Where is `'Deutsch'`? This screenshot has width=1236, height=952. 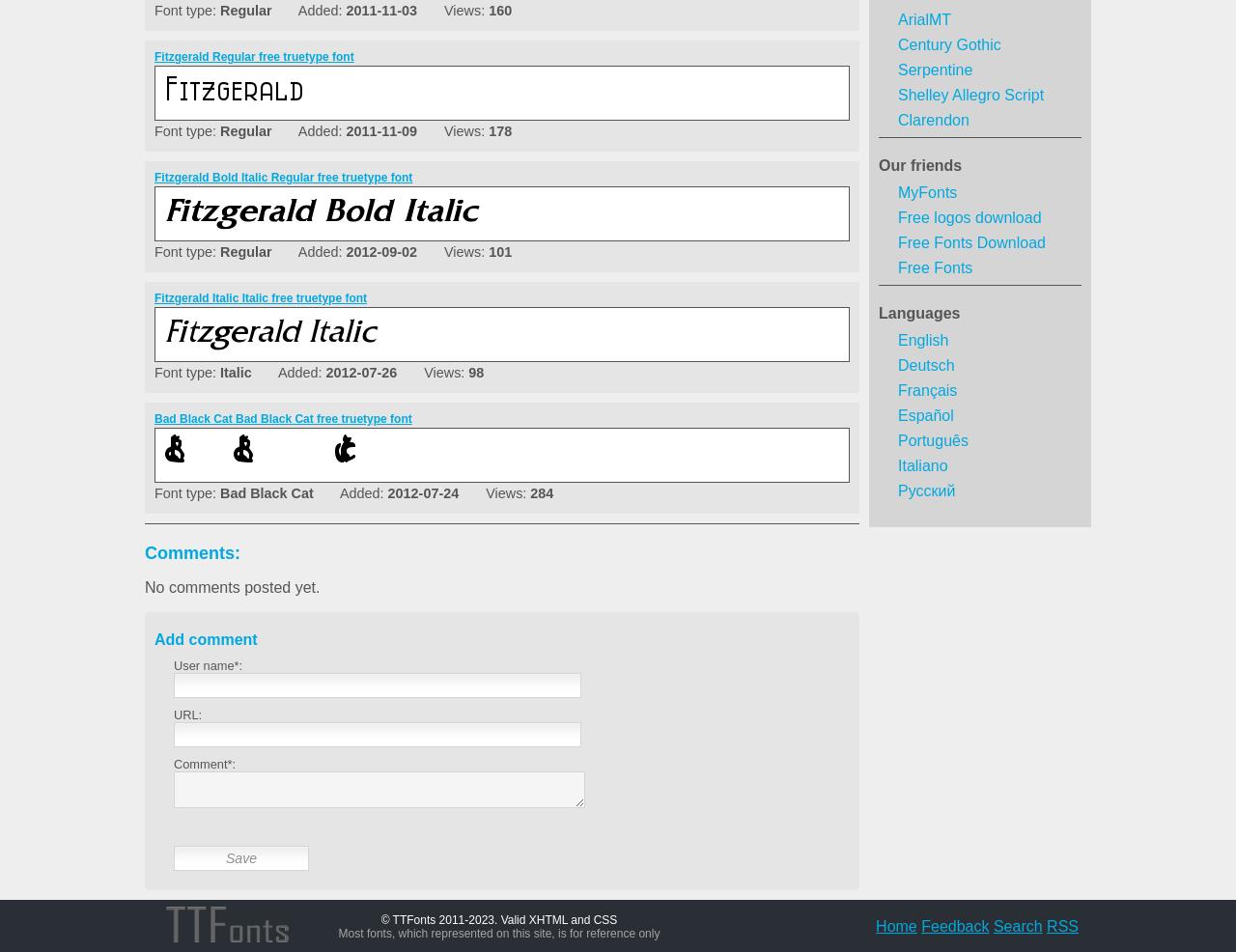
'Deutsch' is located at coordinates (924, 364).